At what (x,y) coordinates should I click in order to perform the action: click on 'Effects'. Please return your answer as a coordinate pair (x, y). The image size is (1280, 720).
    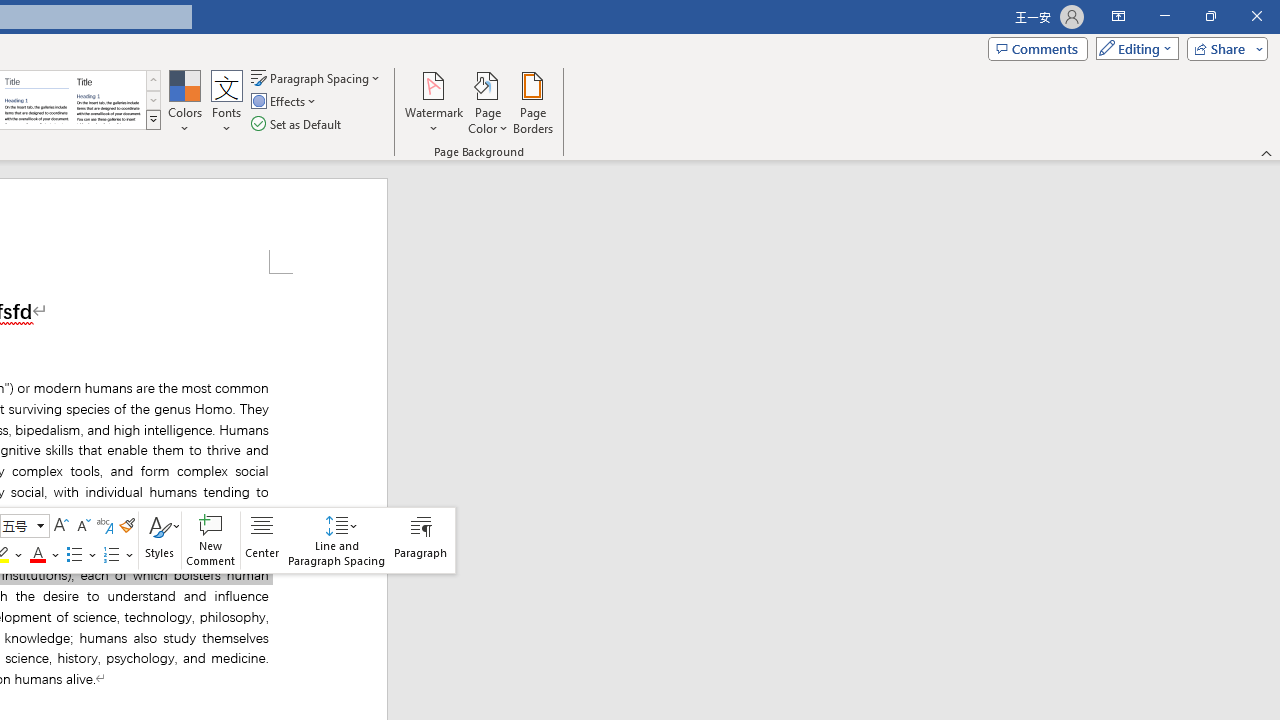
    Looking at the image, I should click on (284, 101).